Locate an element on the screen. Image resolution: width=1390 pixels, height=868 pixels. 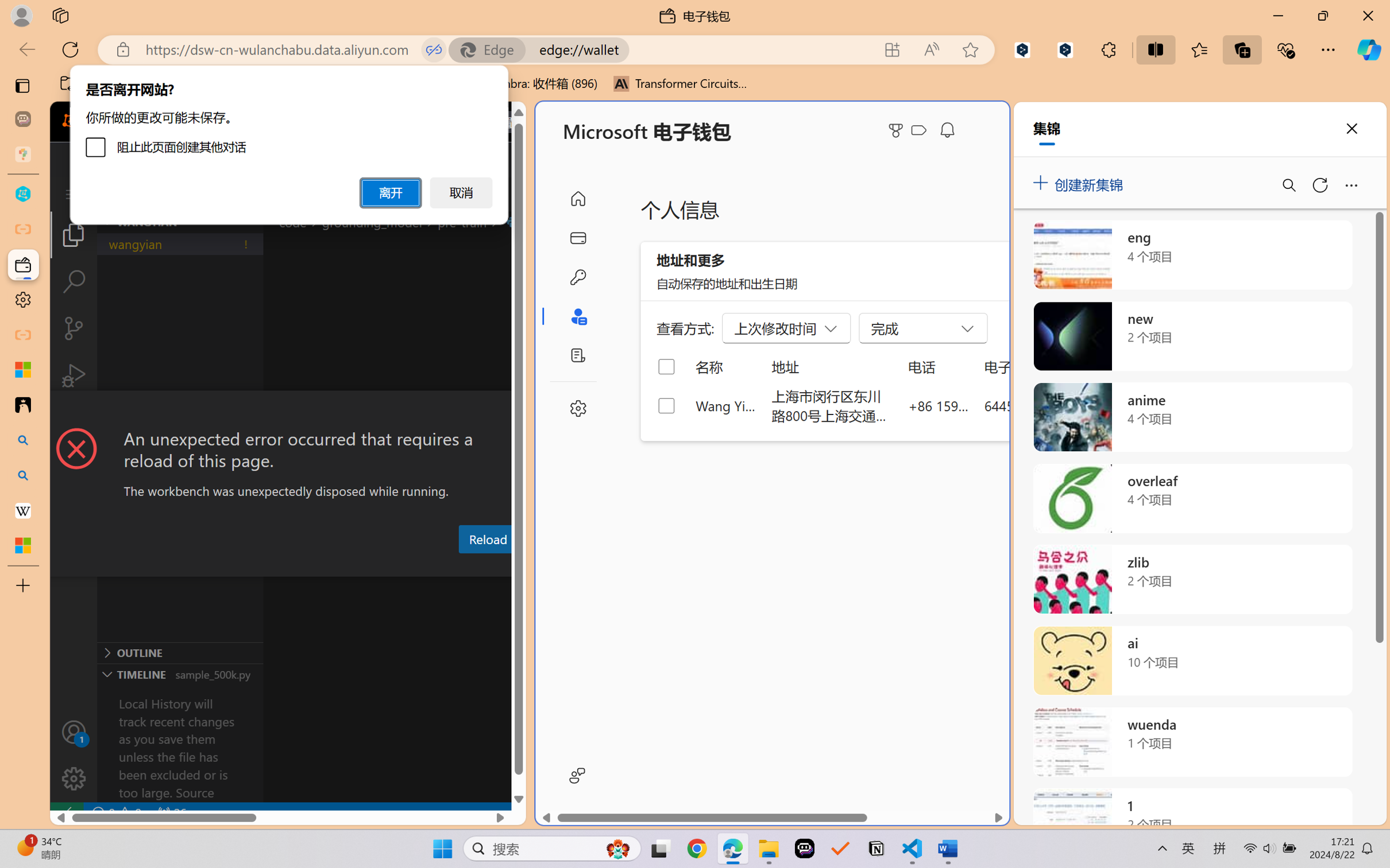
'Microsoft Rewards' is located at coordinates (898, 130).